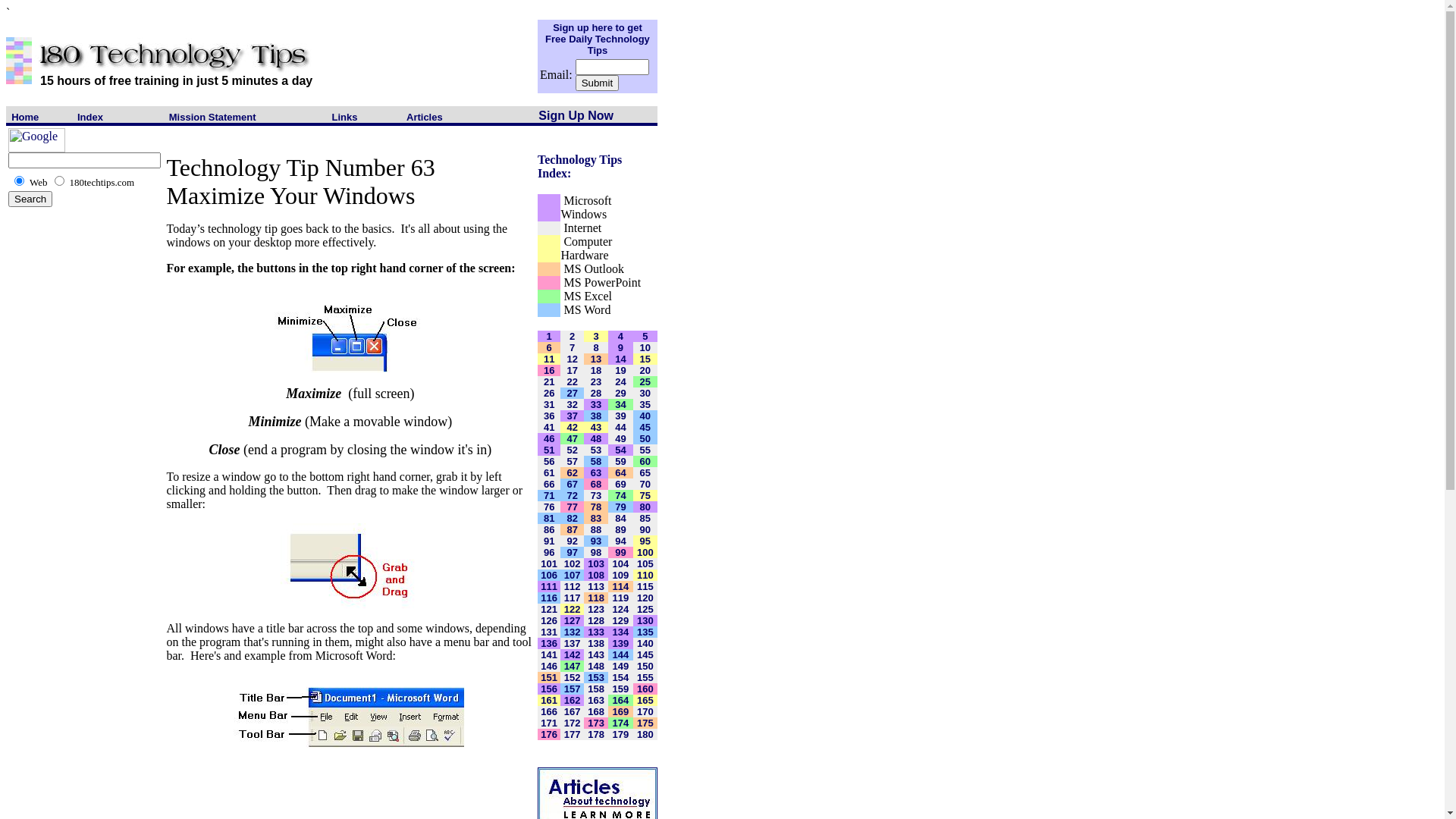 The height and width of the screenshot is (819, 1456). I want to click on '29', so click(620, 392).